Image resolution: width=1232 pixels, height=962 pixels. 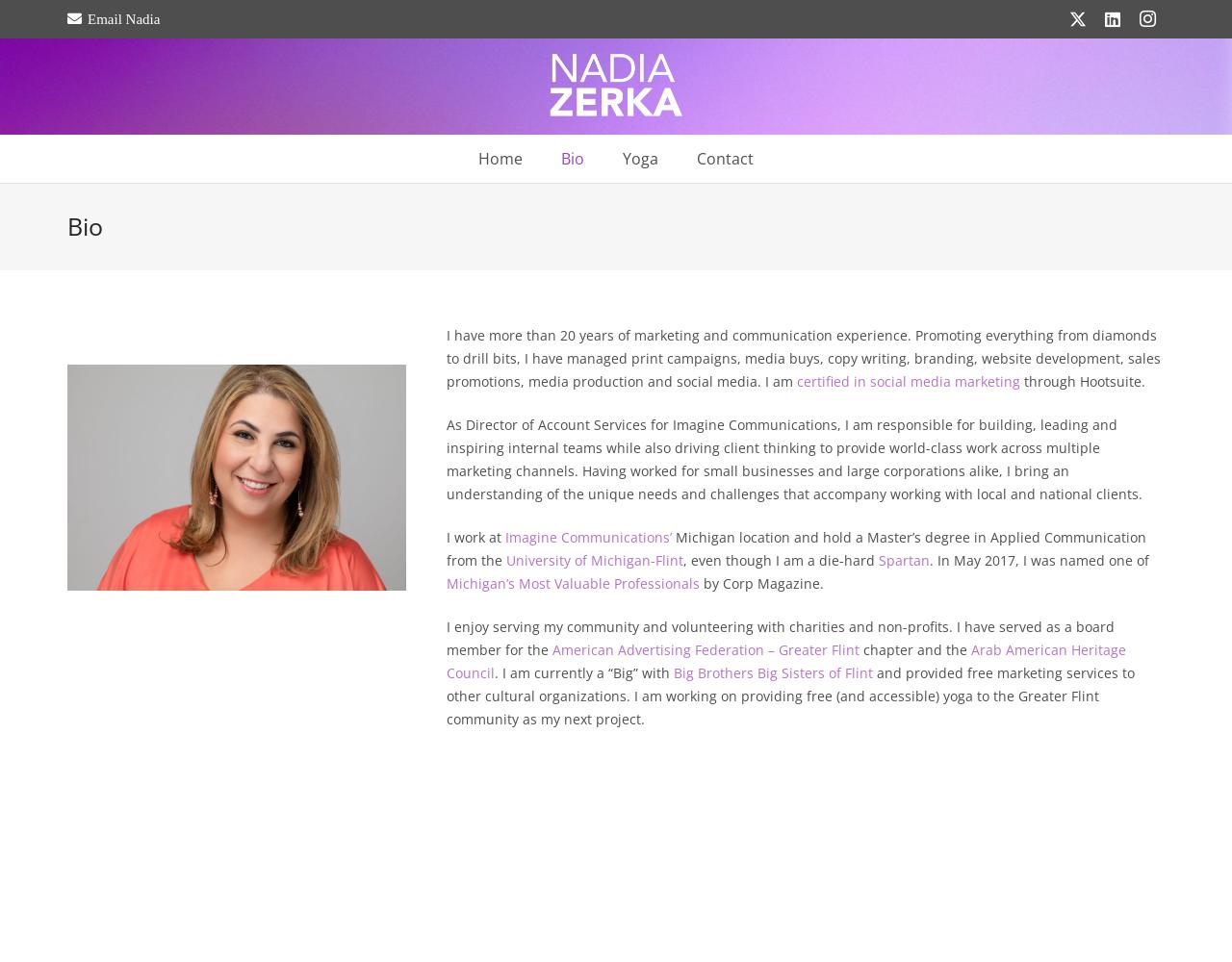 I want to click on 'I enjoy serving my community and volunteering with charities and non-profits. I have served as a board member for the', so click(x=444, y=638).